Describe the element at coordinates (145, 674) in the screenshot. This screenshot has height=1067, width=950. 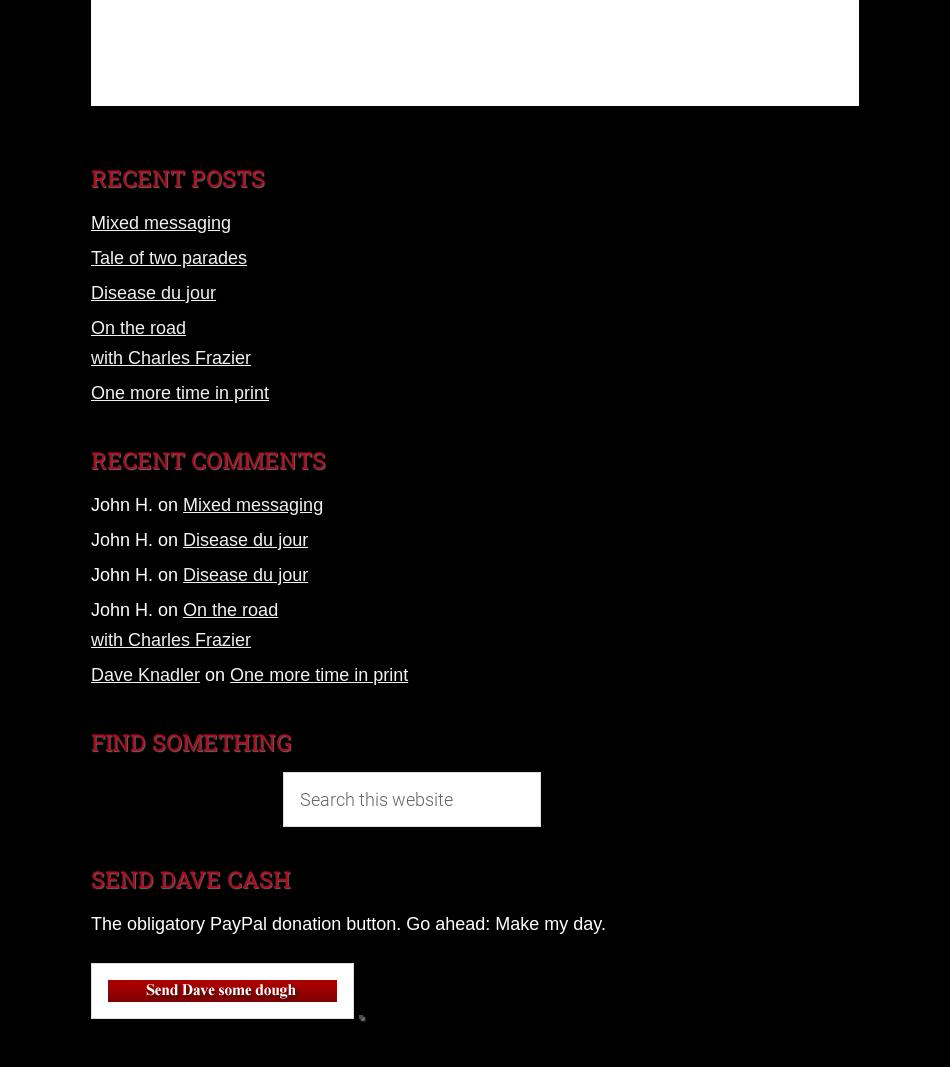
I see `'Dave Knadler'` at that location.